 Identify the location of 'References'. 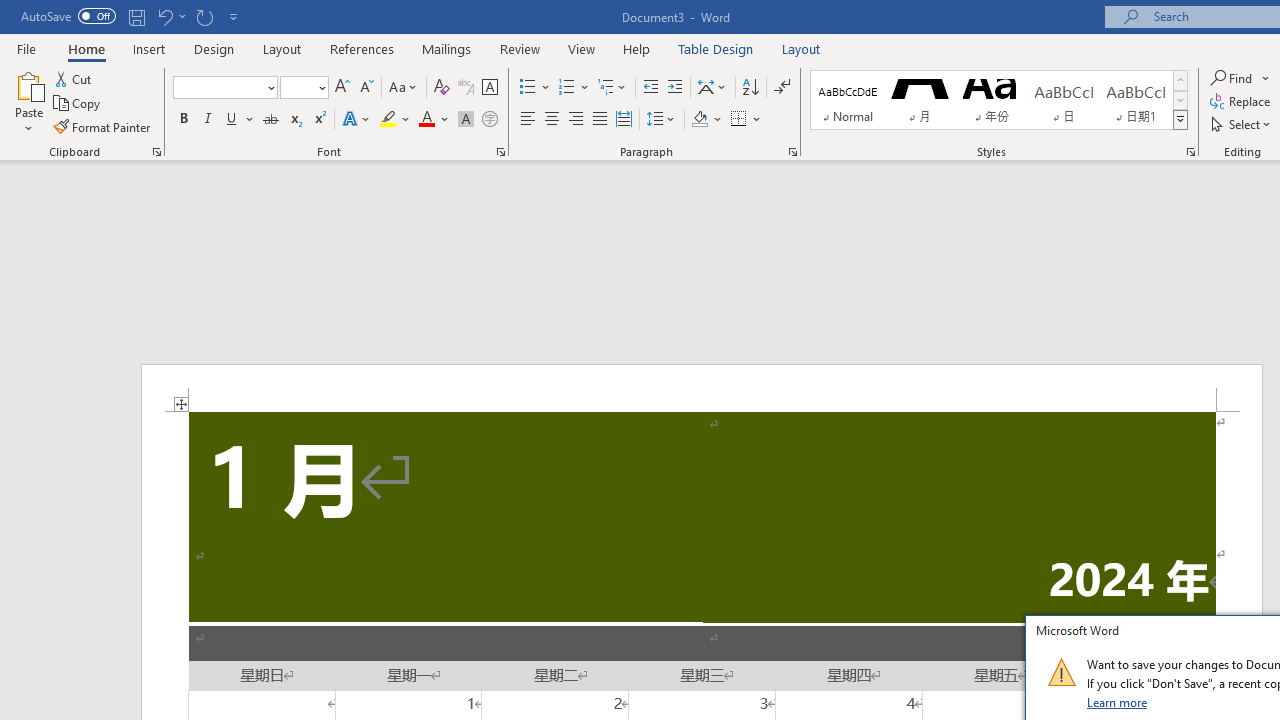
(362, 48).